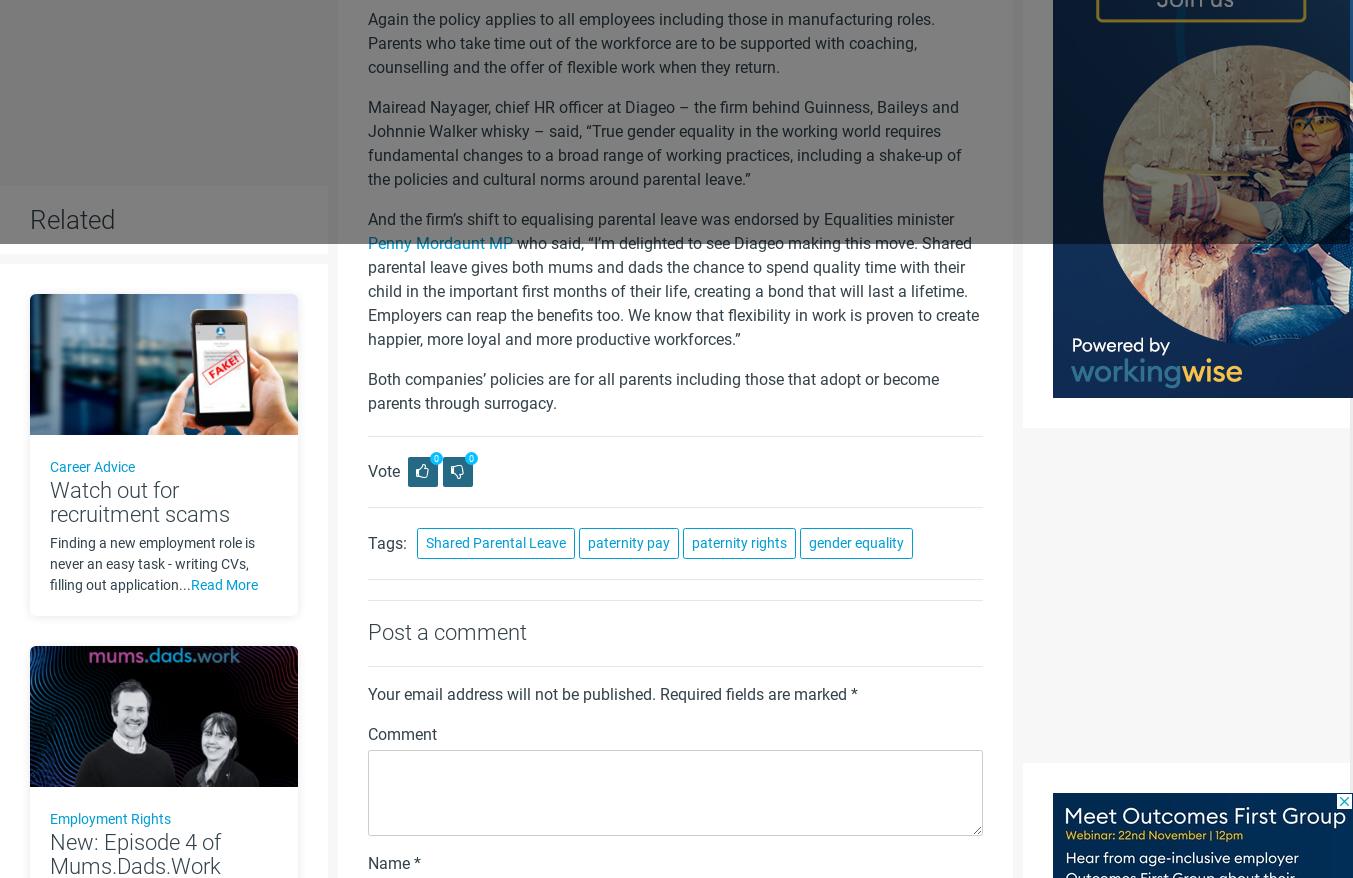 The height and width of the screenshot is (878, 1353). Describe the element at coordinates (140, 501) in the screenshot. I see `'Watch out for recruitment scams'` at that location.